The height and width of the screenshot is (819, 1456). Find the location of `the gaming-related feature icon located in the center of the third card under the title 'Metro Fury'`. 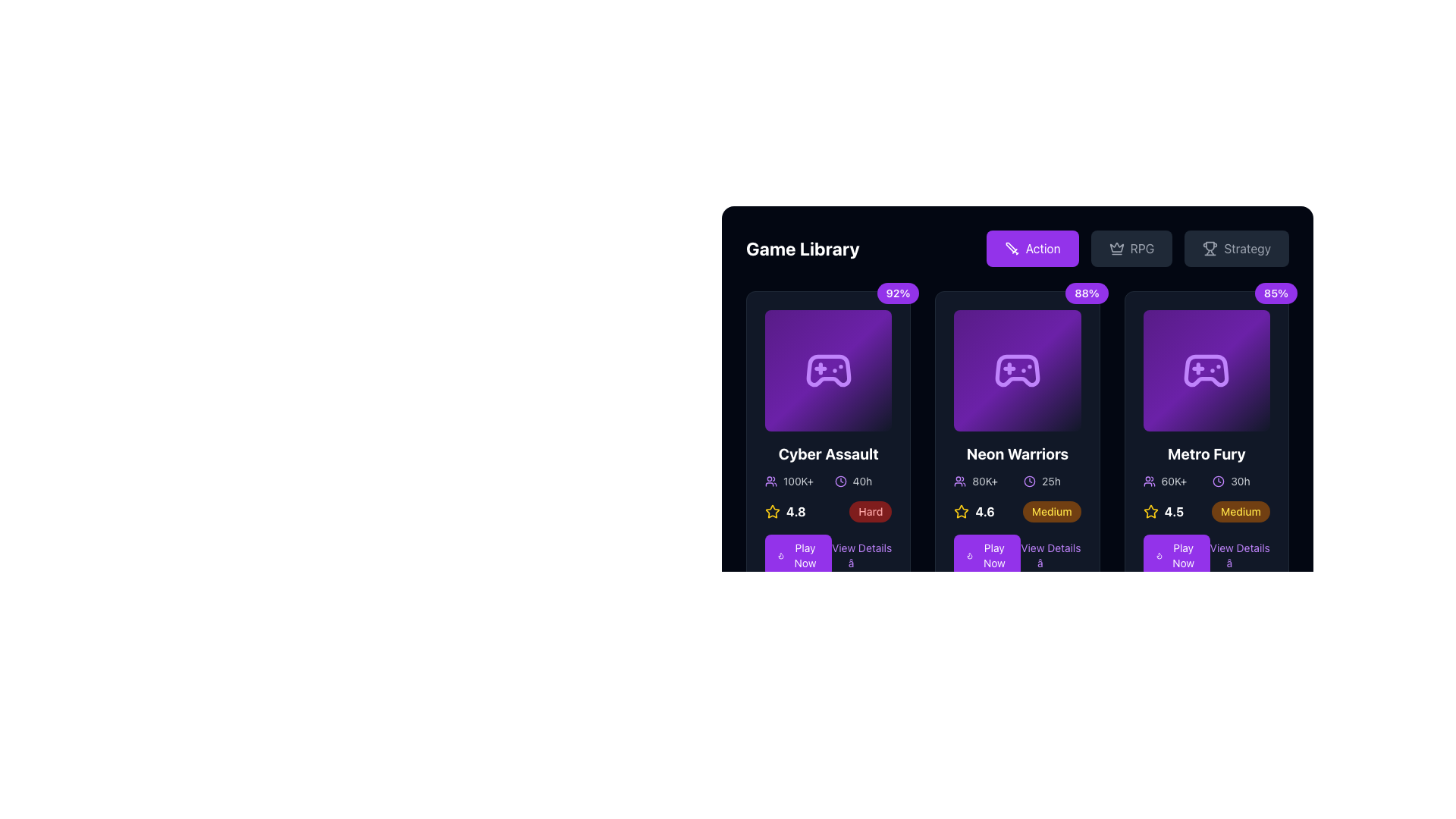

the gaming-related feature icon located in the center of the third card under the title 'Metro Fury' is located at coordinates (1206, 371).